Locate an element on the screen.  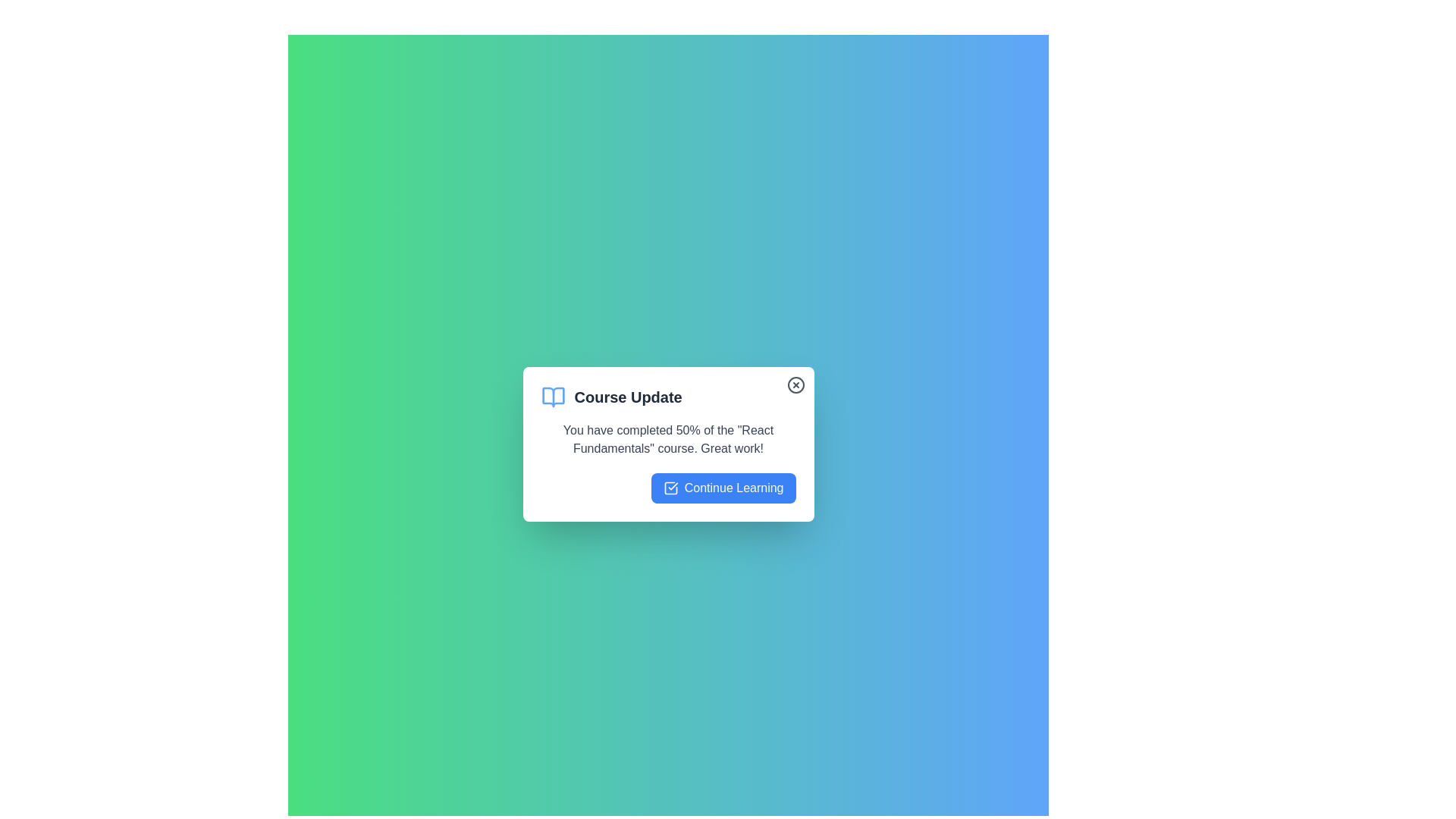
the 'Continue Learning' button with rounded corners and a blue background located at the bottom-right of the 'Course Update' dialog for accessibility navigation is located at coordinates (667, 488).